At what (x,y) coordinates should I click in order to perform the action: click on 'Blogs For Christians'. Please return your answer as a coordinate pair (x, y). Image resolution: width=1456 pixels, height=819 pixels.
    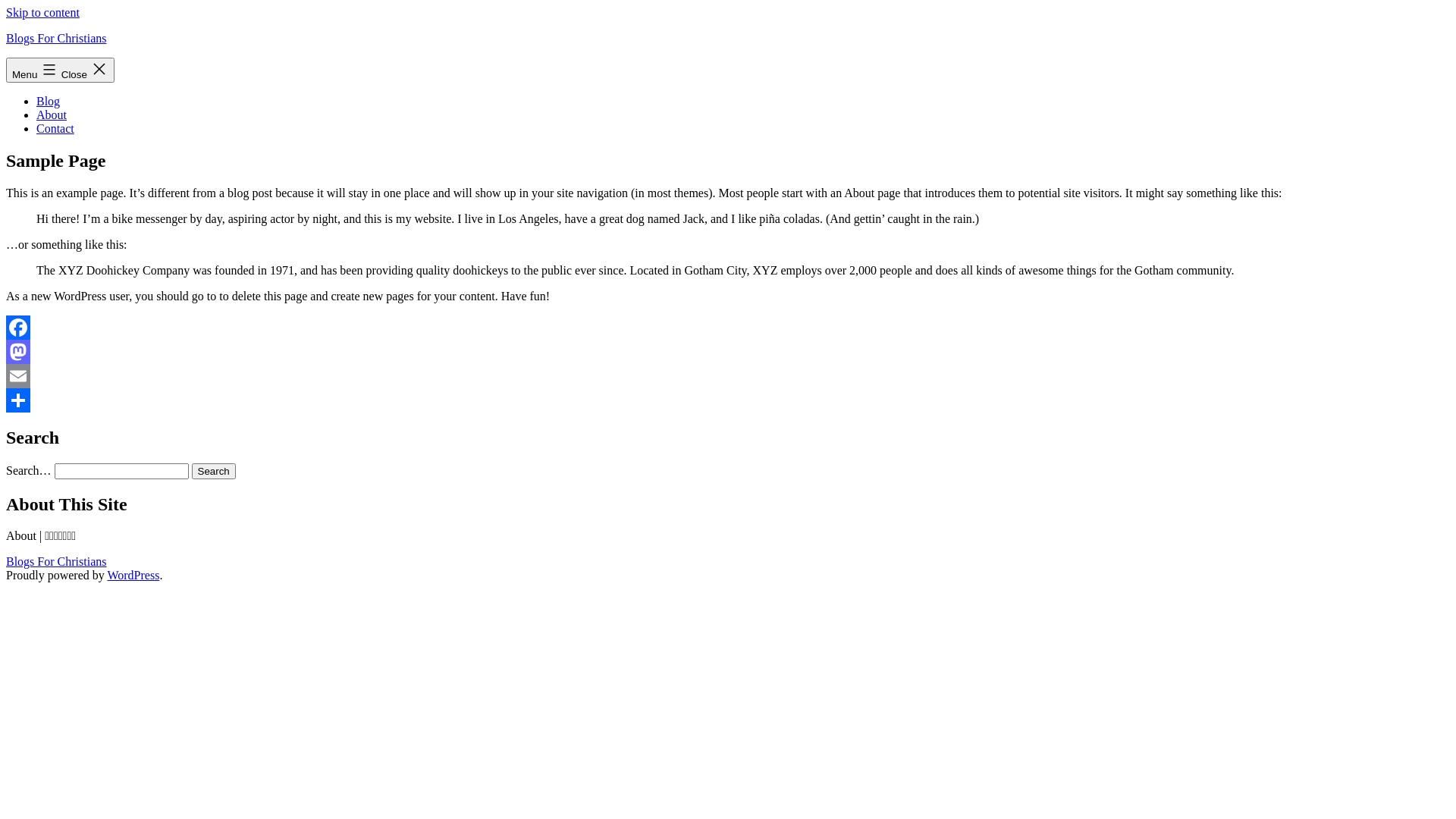
    Looking at the image, I should click on (55, 37).